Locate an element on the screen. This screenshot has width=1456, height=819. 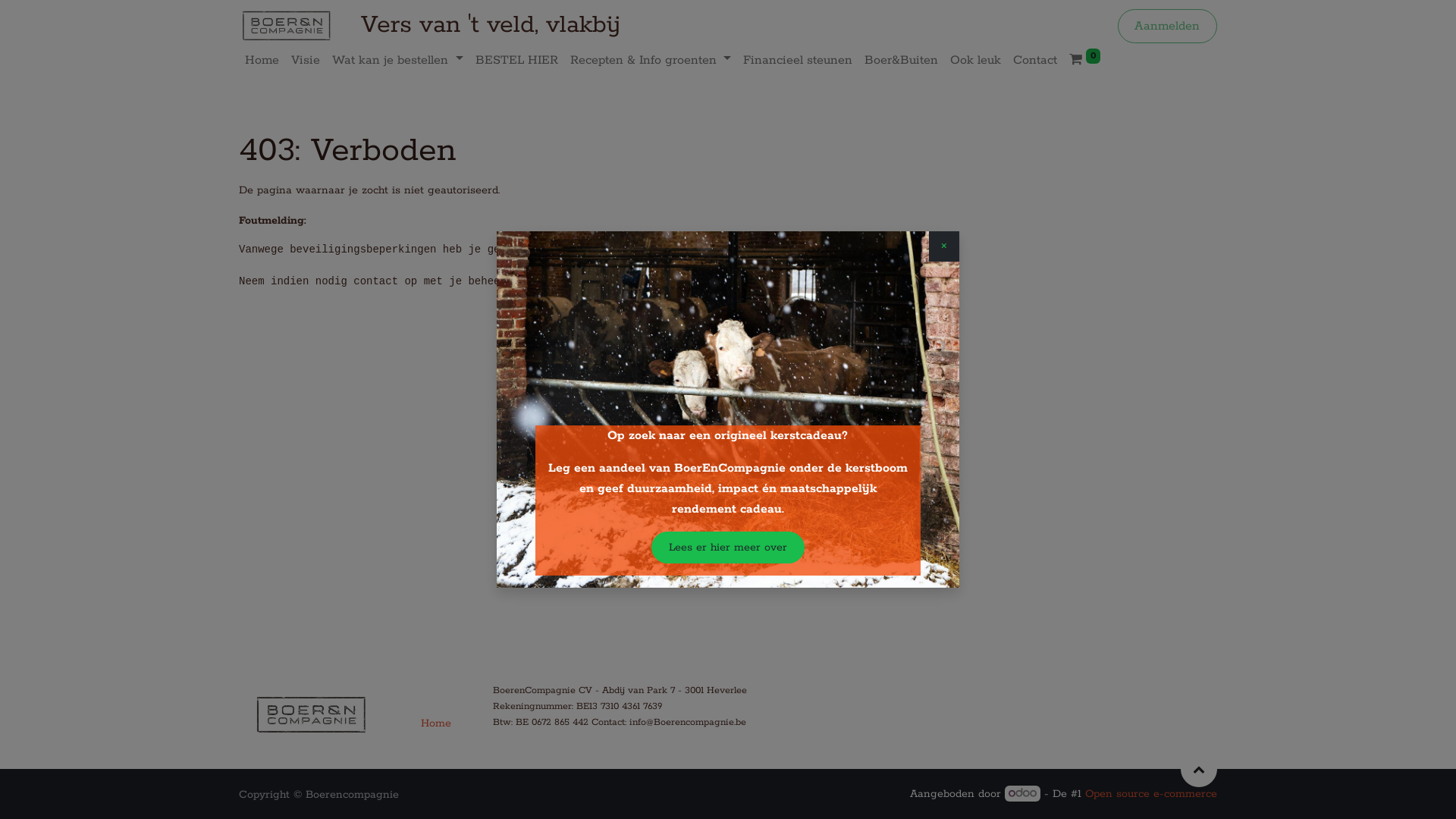
'Recepten & Info groenten' is located at coordinates (651, 59).